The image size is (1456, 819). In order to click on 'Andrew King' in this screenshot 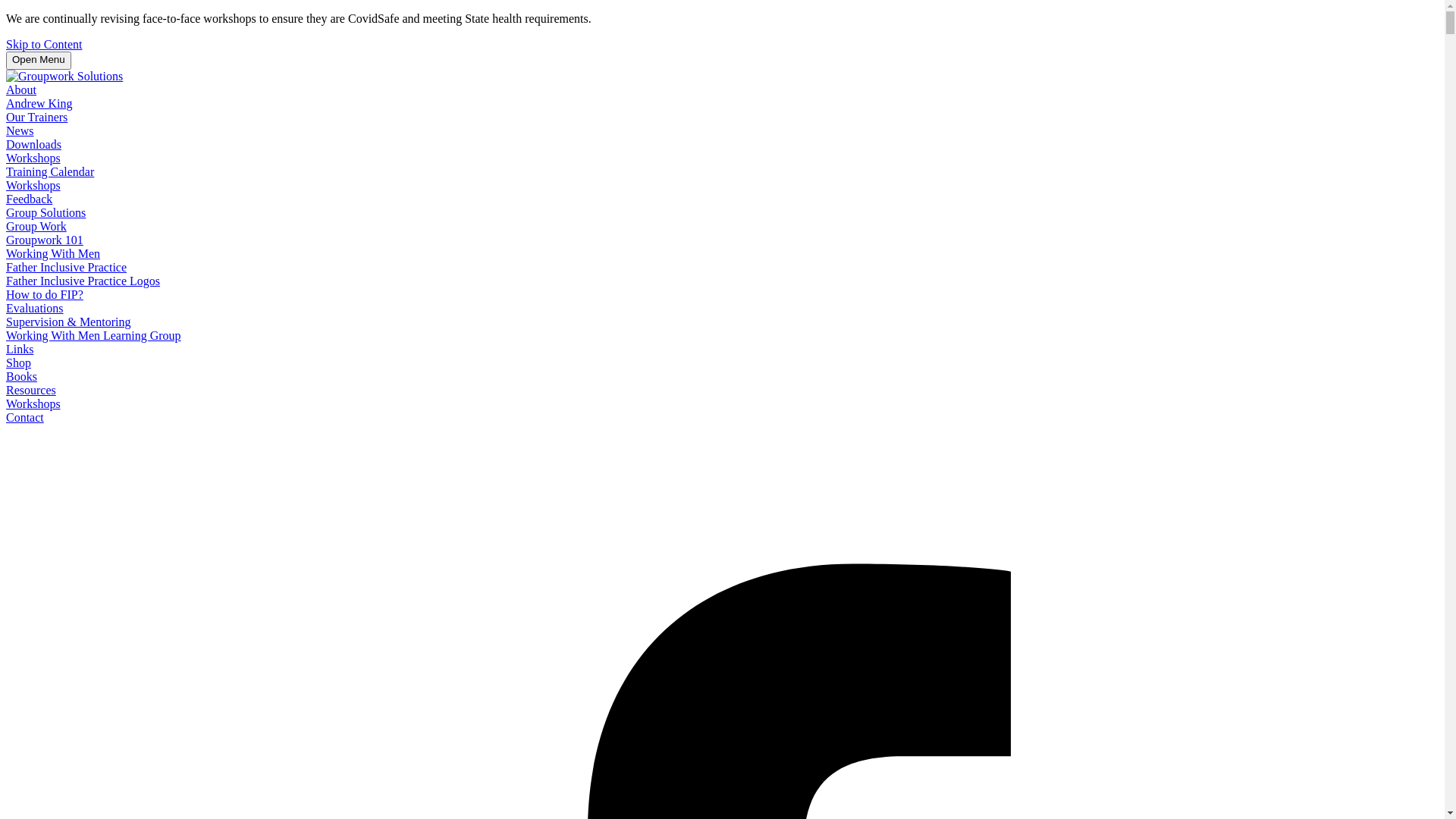, I will do `click(39, 102)`.